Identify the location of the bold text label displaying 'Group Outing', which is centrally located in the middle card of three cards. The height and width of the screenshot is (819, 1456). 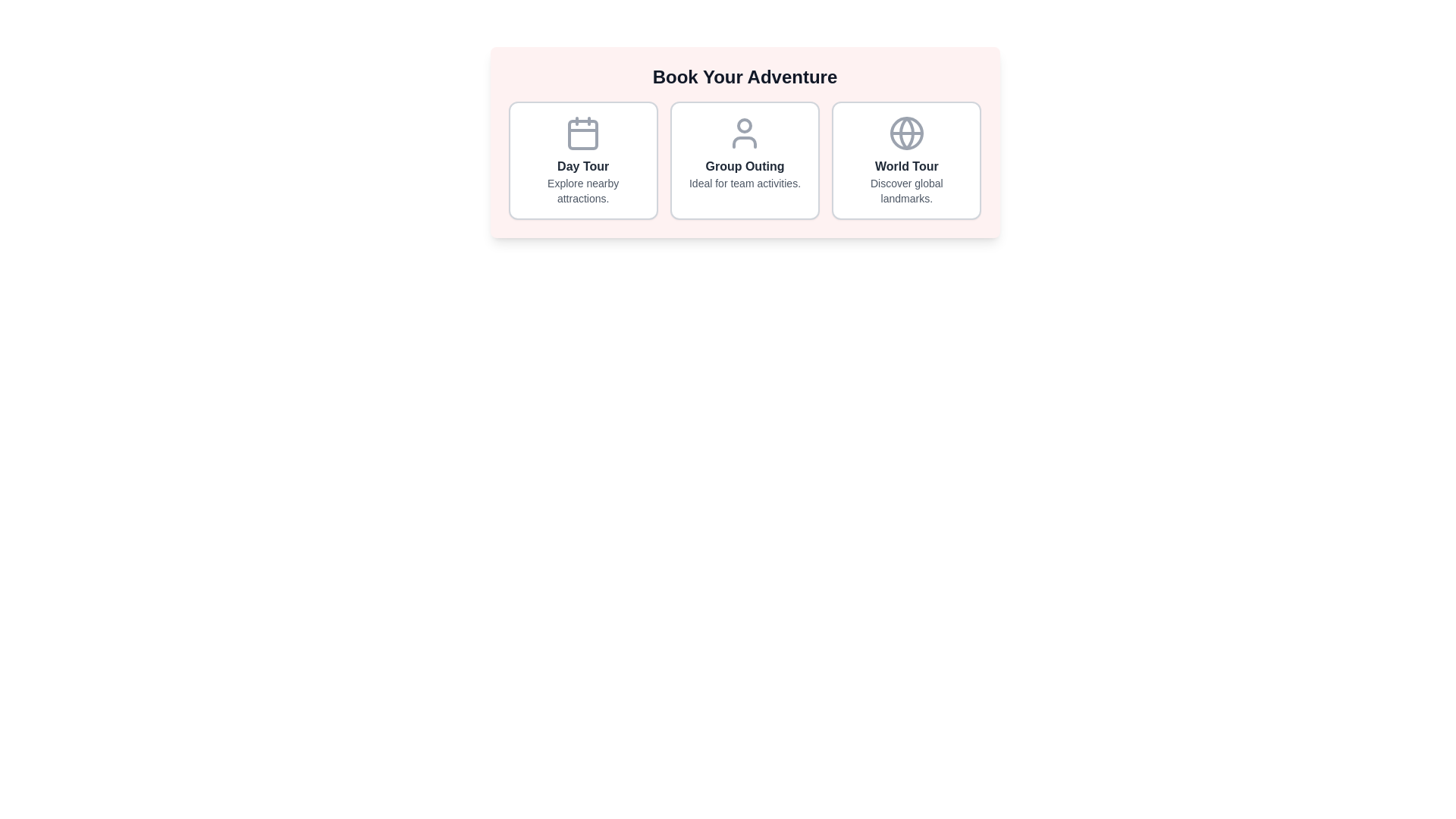
(745, 166).